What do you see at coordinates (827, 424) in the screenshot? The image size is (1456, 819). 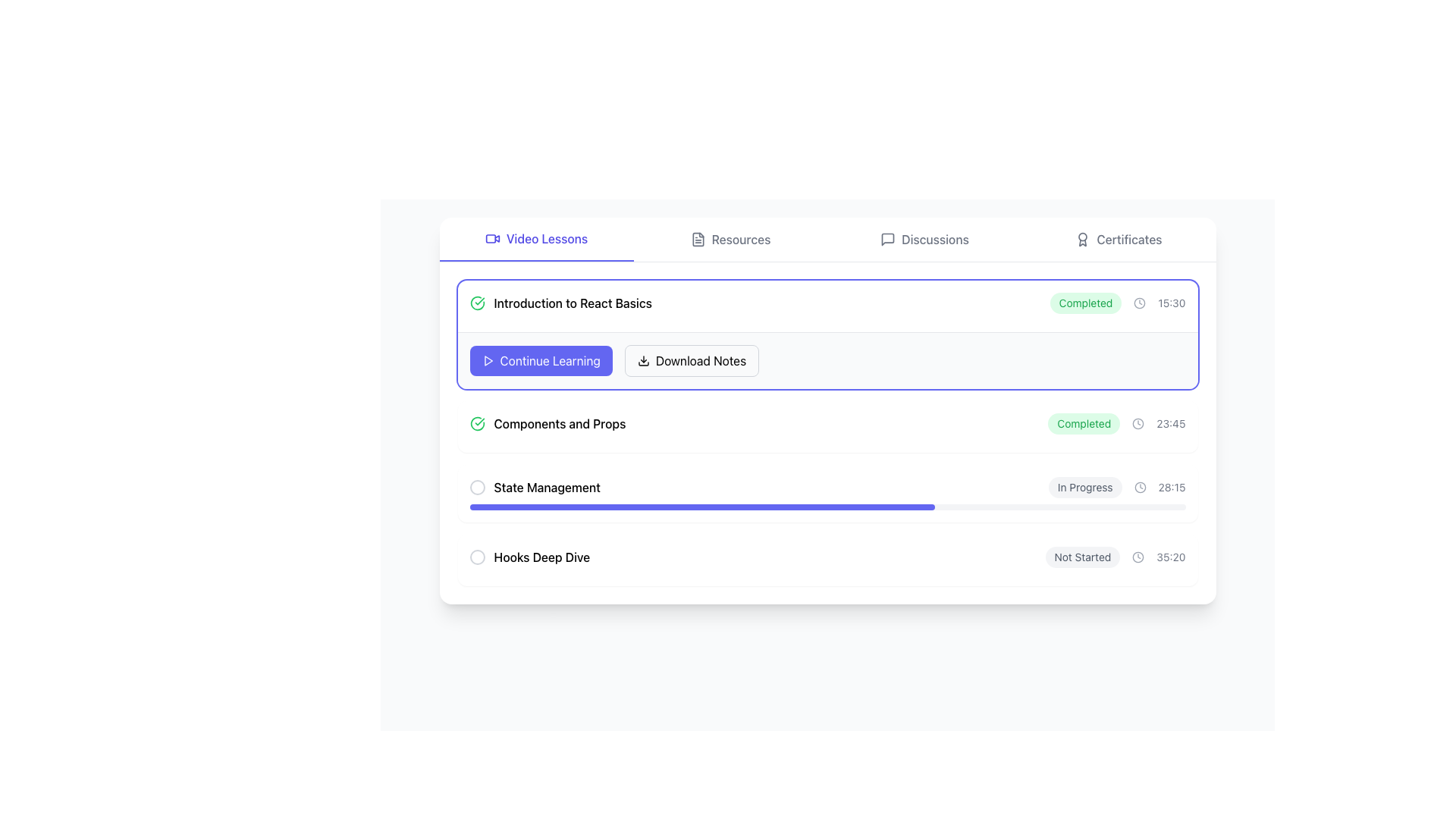 I see `the checkbox of the completed lesson 'Components and Props'` at bounding box center [827, 424].